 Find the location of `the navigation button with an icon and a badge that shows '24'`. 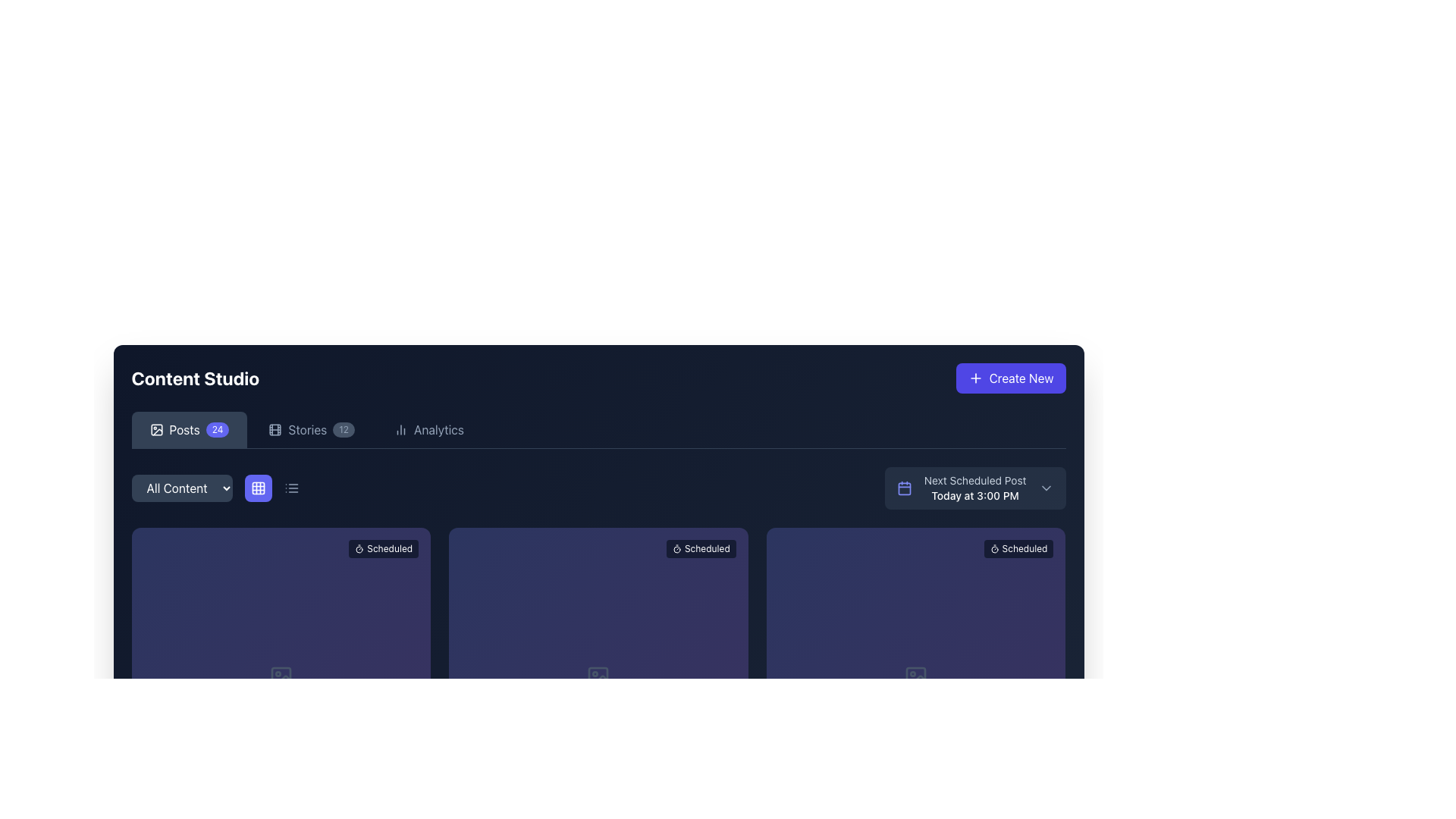

the navigation button with an icon and a badge that shows '24' is located at coordinates (188, 430).